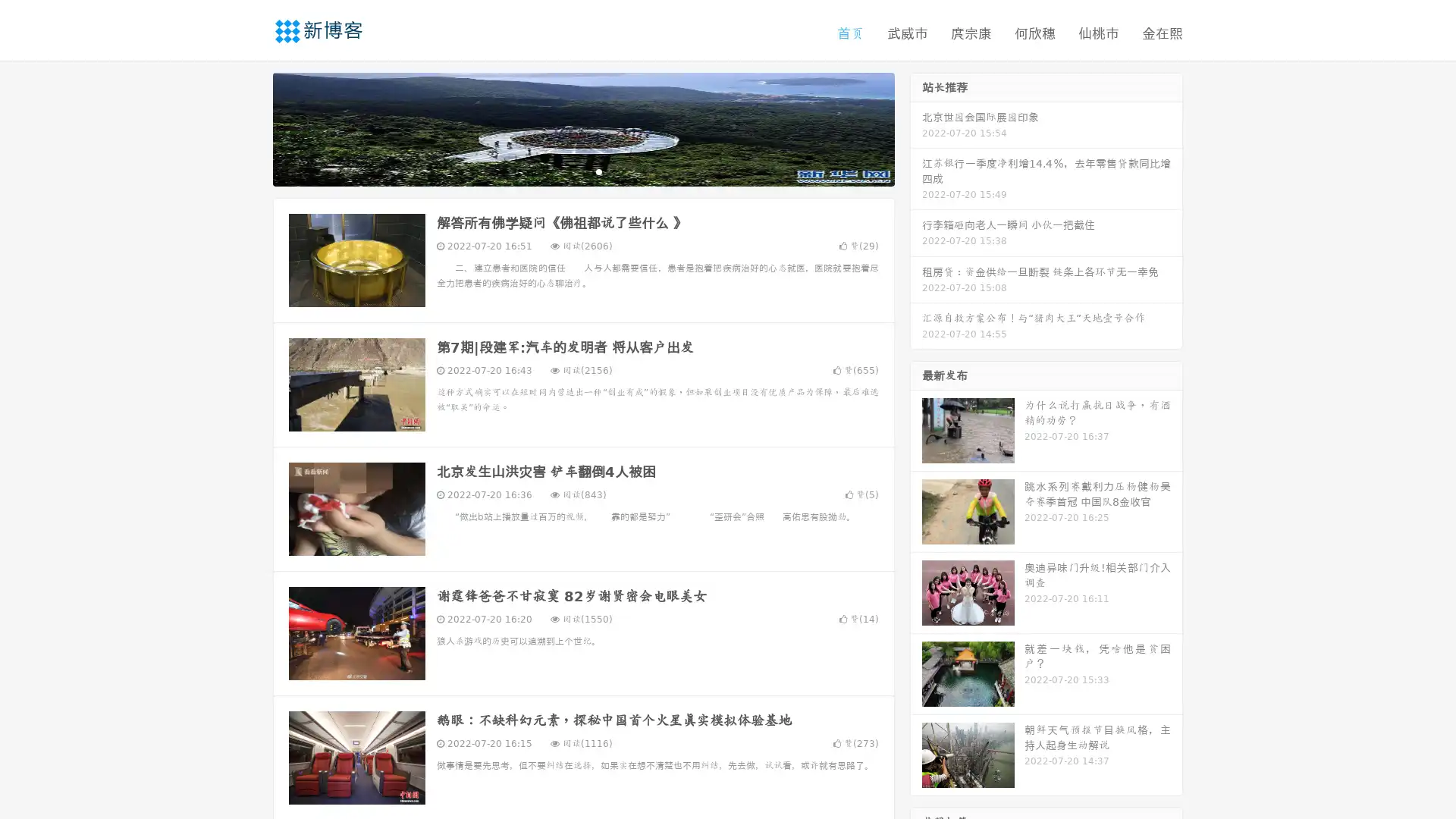 The height and width of the screenshot is (819, 1456). Describe the element at coordinates (567, 171) in the screenshot. I see `Go to slide 1` at that location.